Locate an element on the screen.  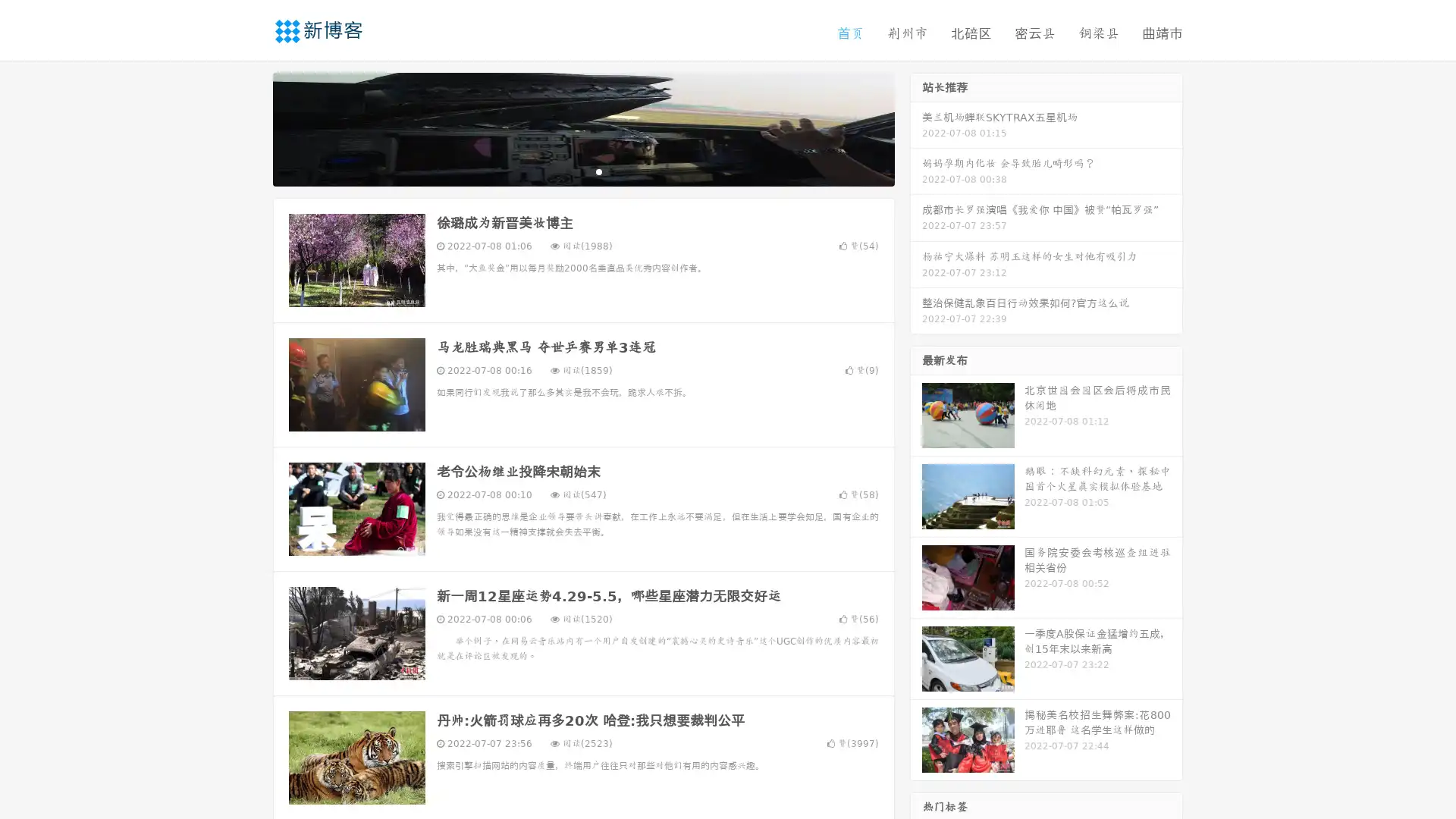
Go to slide 1 is located at coordinates (567, 171).